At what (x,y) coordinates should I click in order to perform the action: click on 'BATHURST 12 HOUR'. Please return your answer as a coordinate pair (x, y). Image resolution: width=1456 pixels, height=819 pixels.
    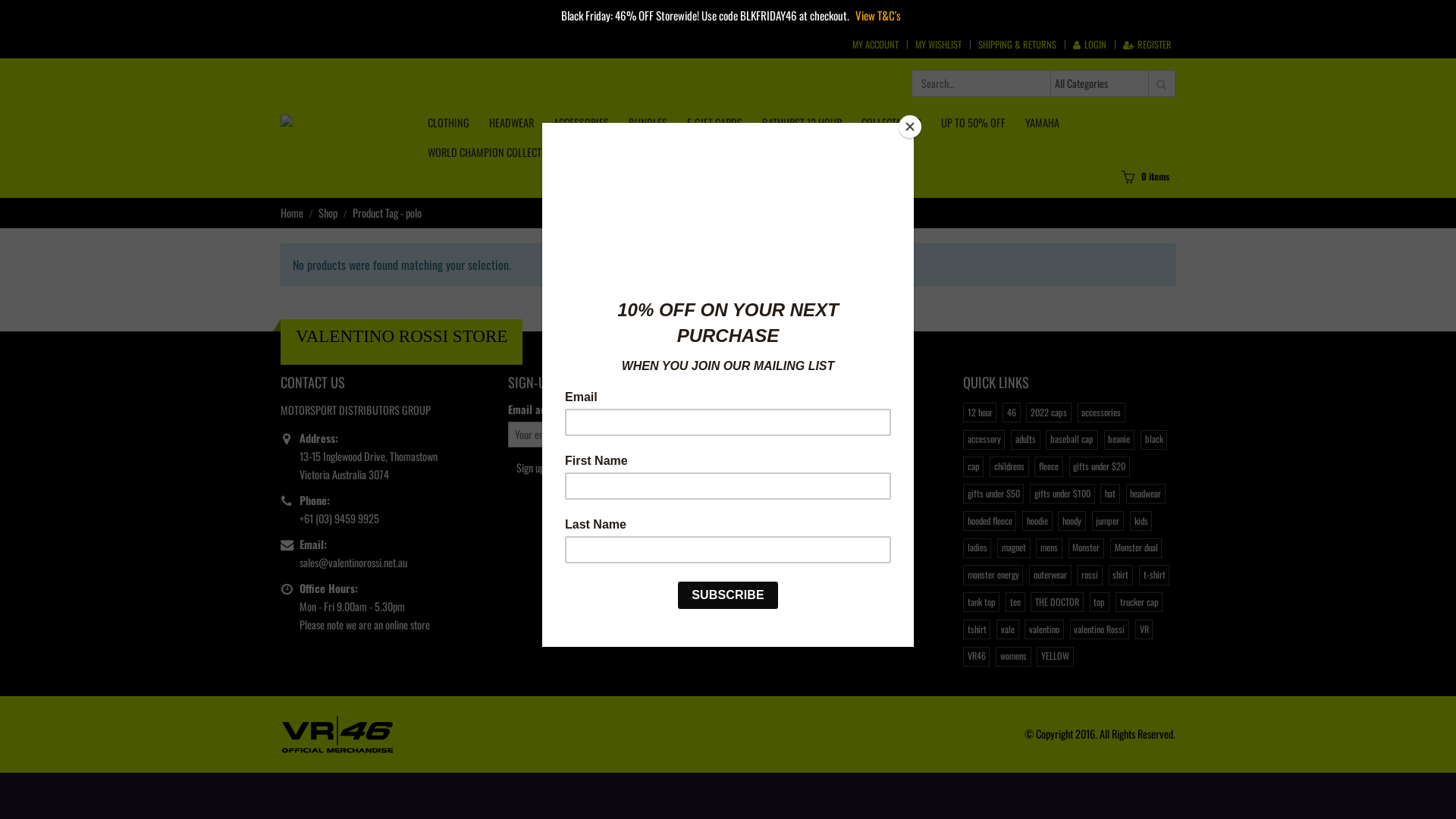
    Looking at the image, I should click on (801, 121).